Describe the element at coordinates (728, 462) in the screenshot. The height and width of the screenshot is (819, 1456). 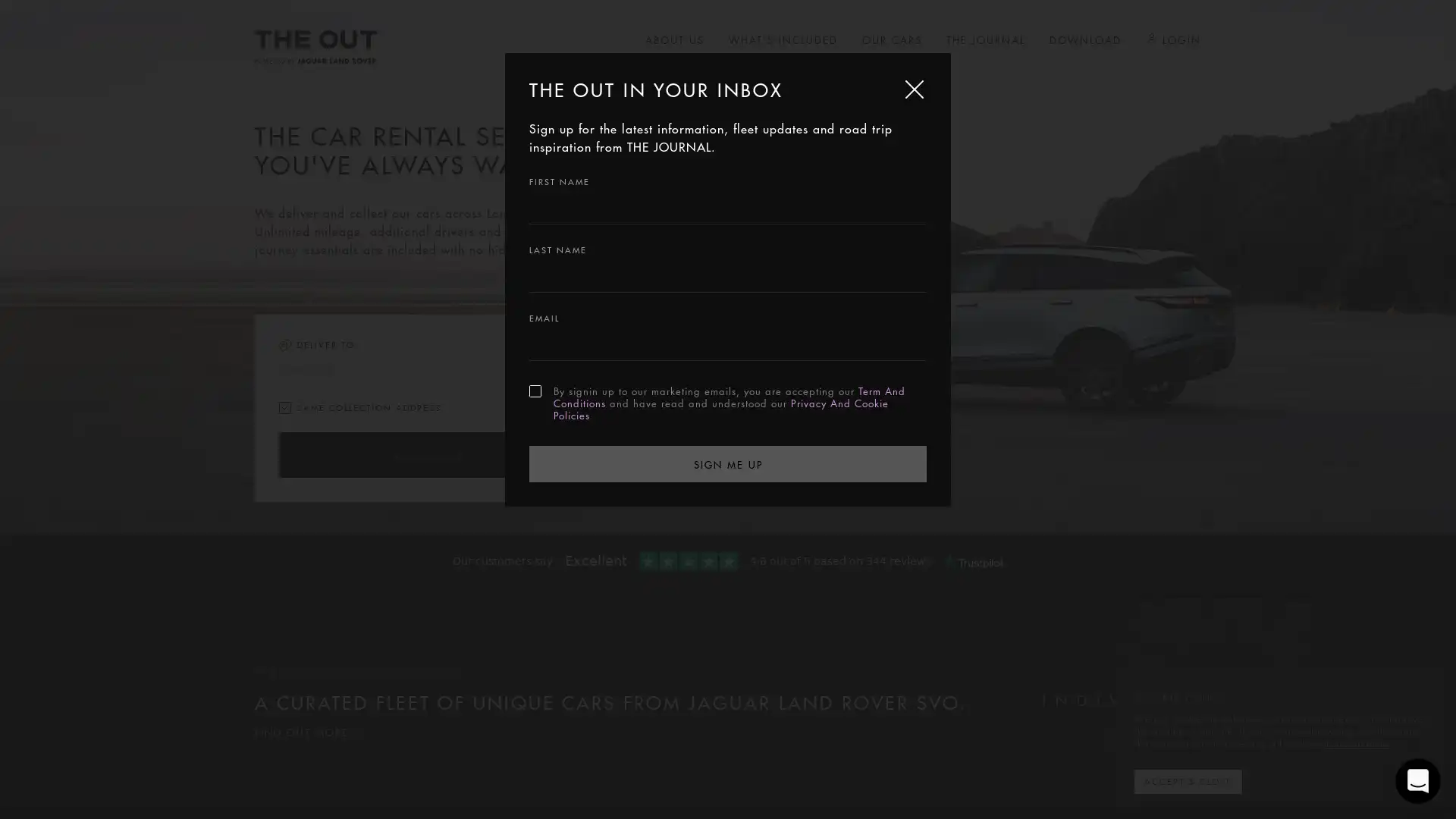
I see `SIGN ME UP` at that location.